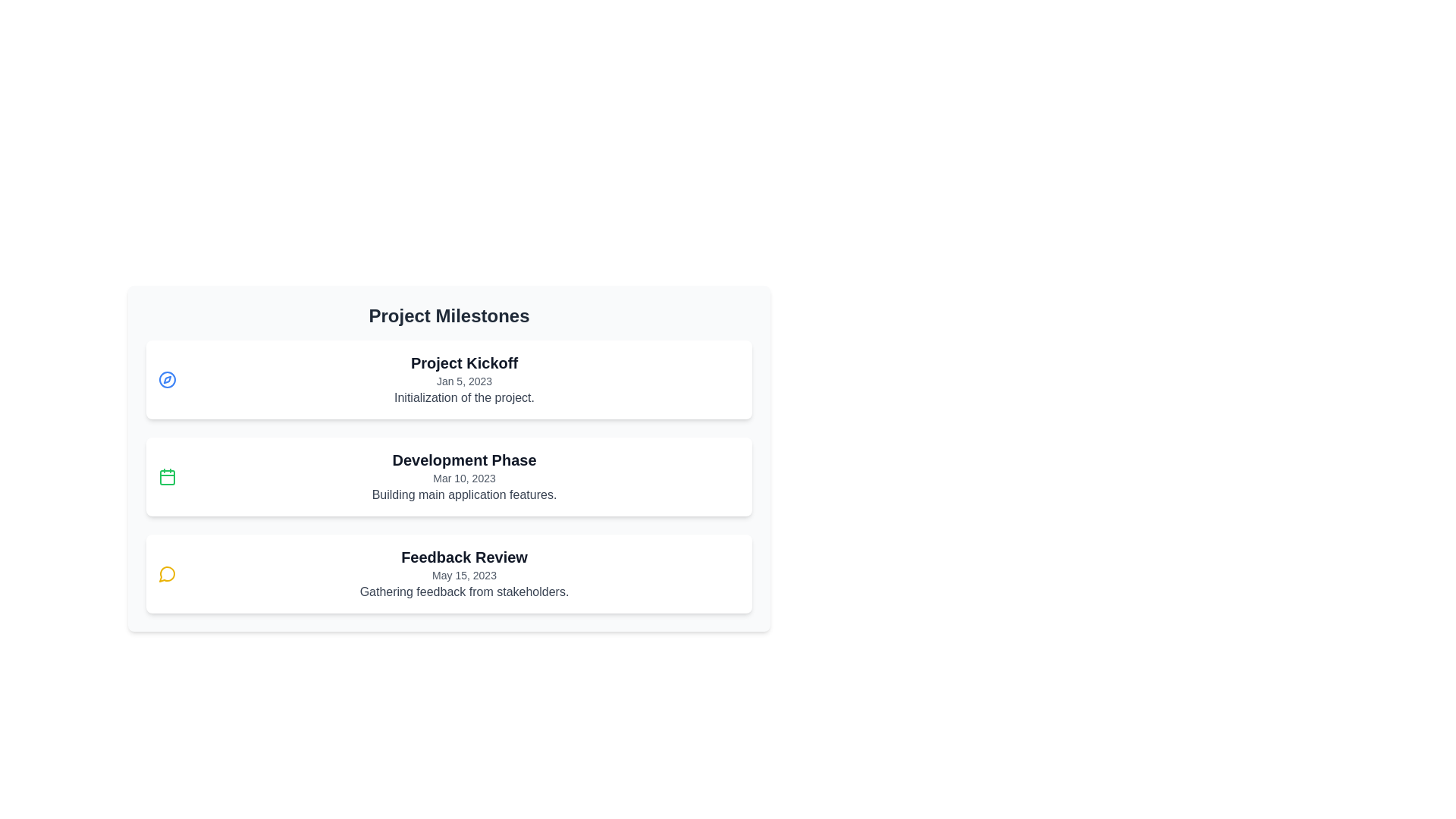 The image size is (1456, 819). I want to click on the text label titled 'Feedback Review' which serves as the primary heading in the third row of the Project Milestones section, so click(463, 557).